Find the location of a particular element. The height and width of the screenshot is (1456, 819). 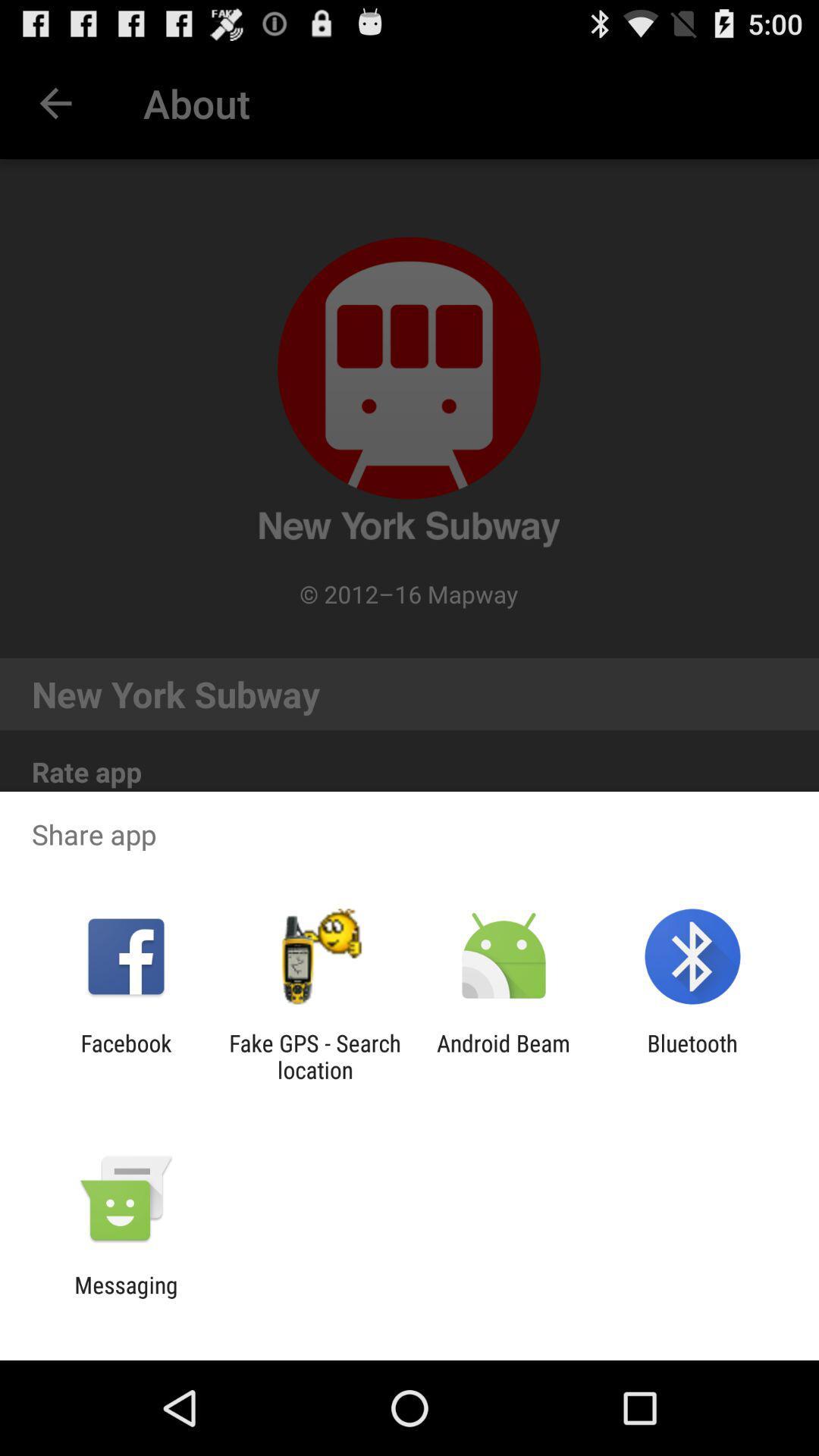

item next to the fake gps search is located at coordinates (504, 1056).